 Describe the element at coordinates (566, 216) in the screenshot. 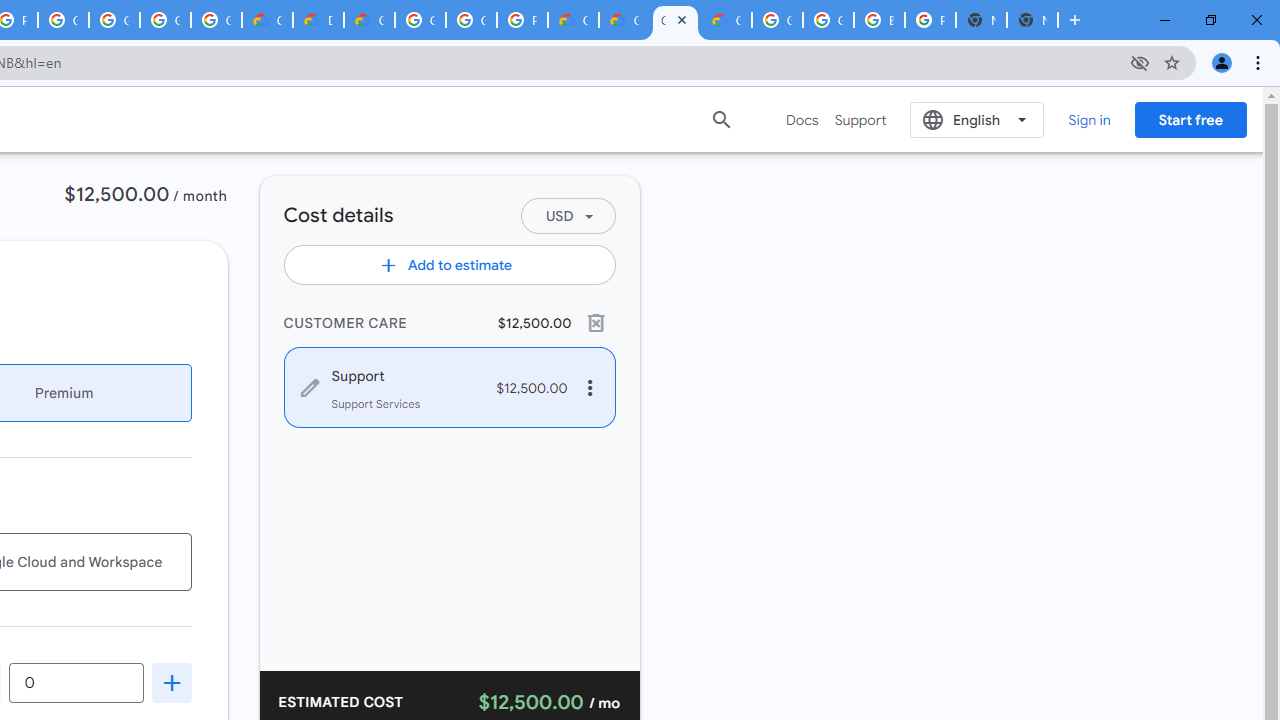

I see `'Open currency selector'` at that location.